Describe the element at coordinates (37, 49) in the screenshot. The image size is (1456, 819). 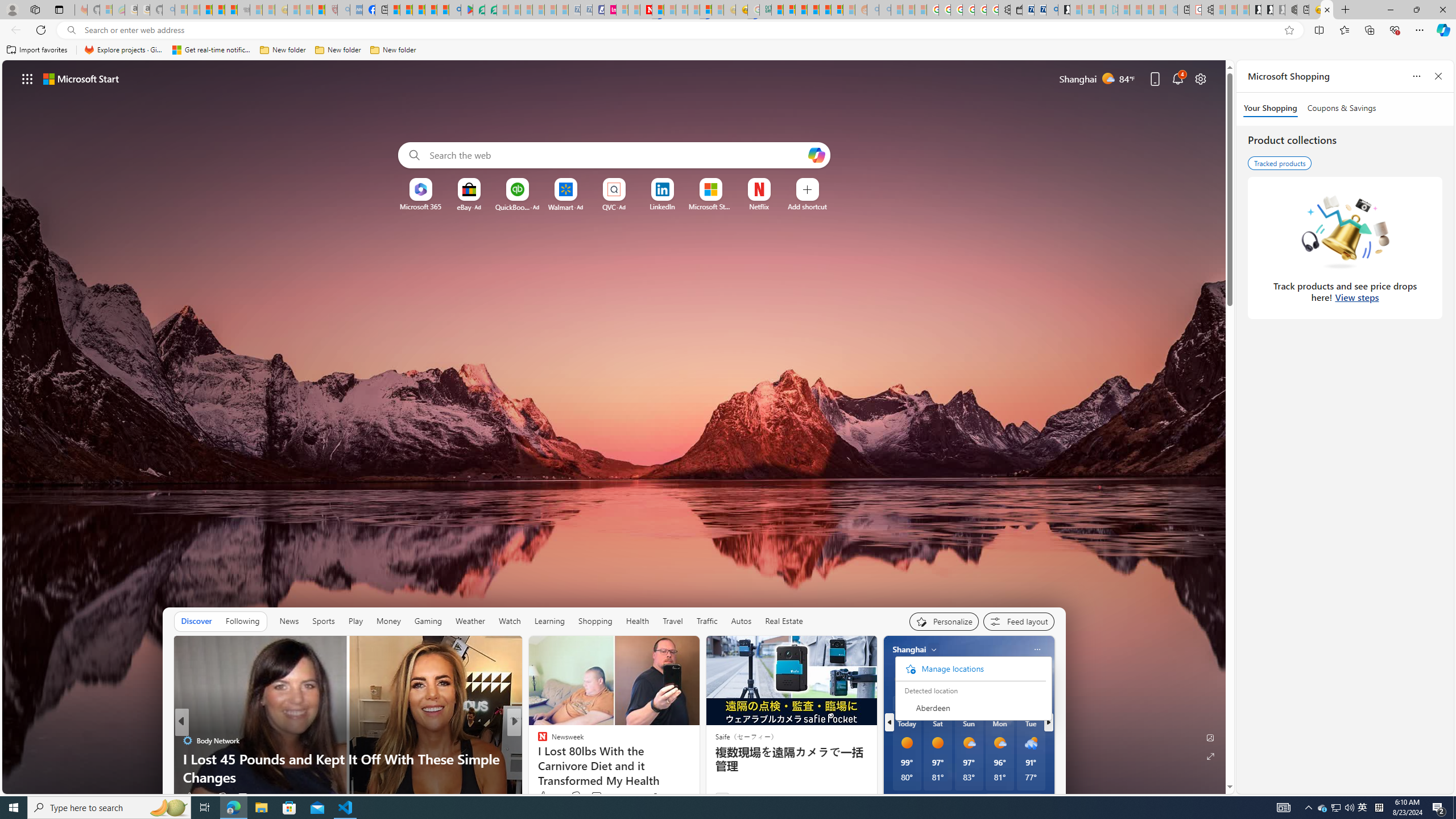
I see `'Import favorites'` at that location.